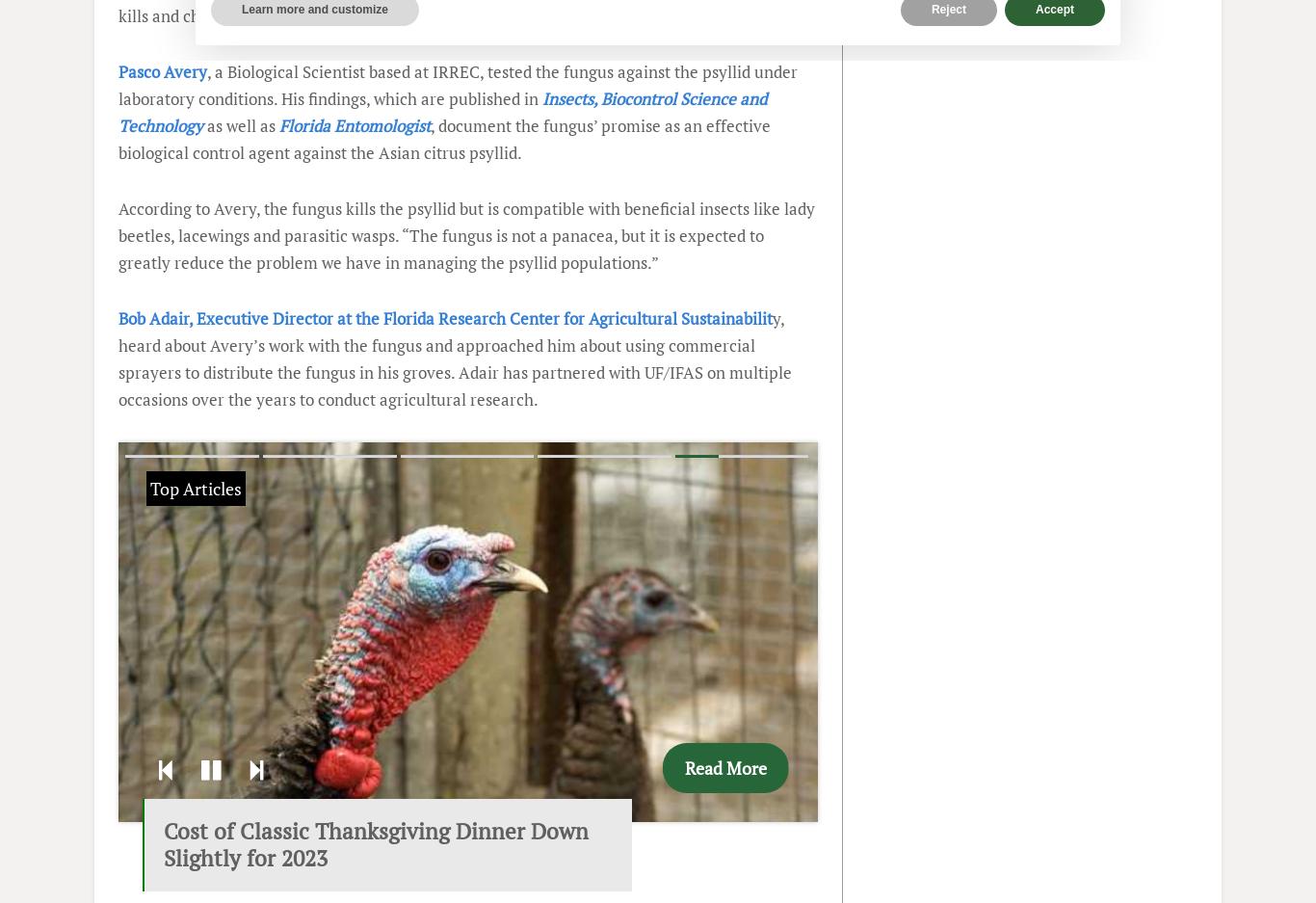 The height and width of the screenshot is (903, 1316). I want to click on 'Reject', so click(948, 9).